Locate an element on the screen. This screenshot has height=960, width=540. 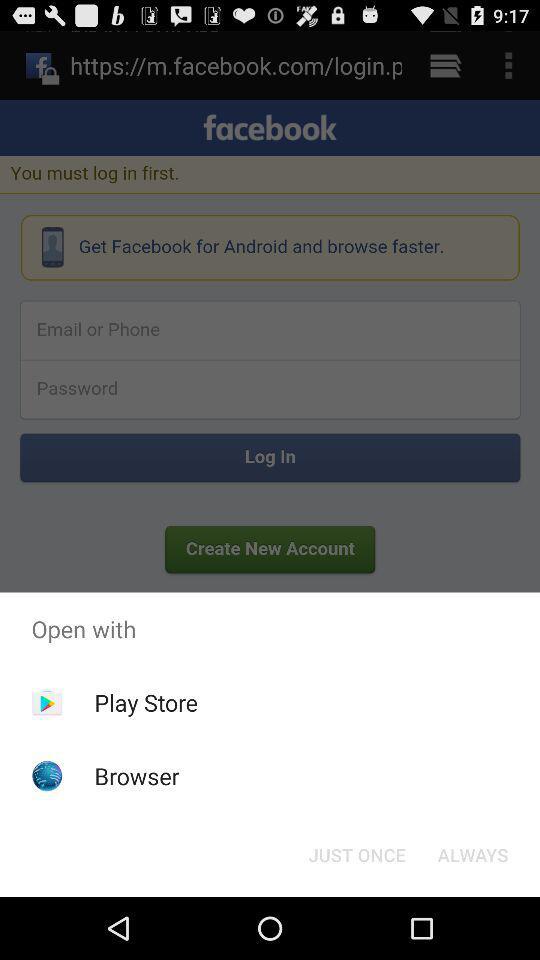
play store item is located at coordinates (145, 702).